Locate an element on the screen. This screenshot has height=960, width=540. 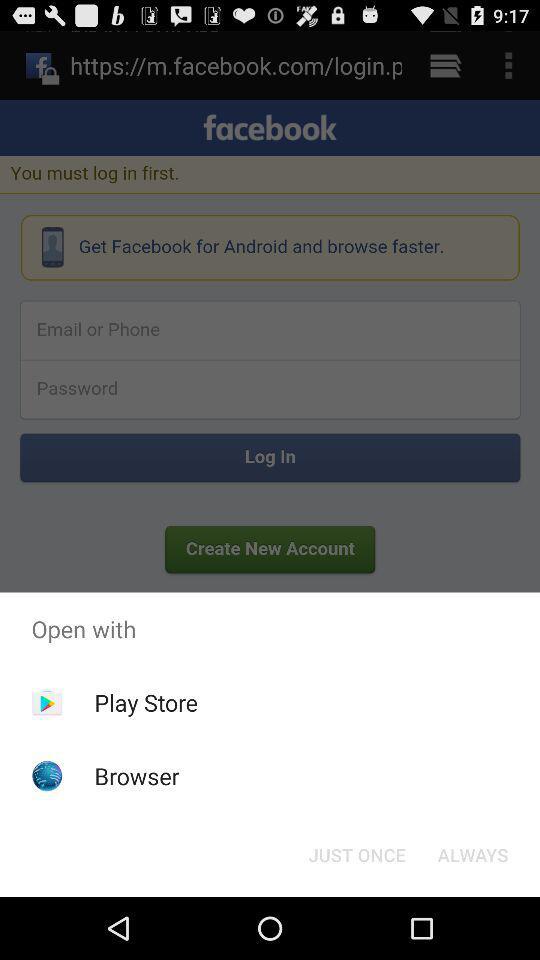
play store item is located at coordinates (145, 702).